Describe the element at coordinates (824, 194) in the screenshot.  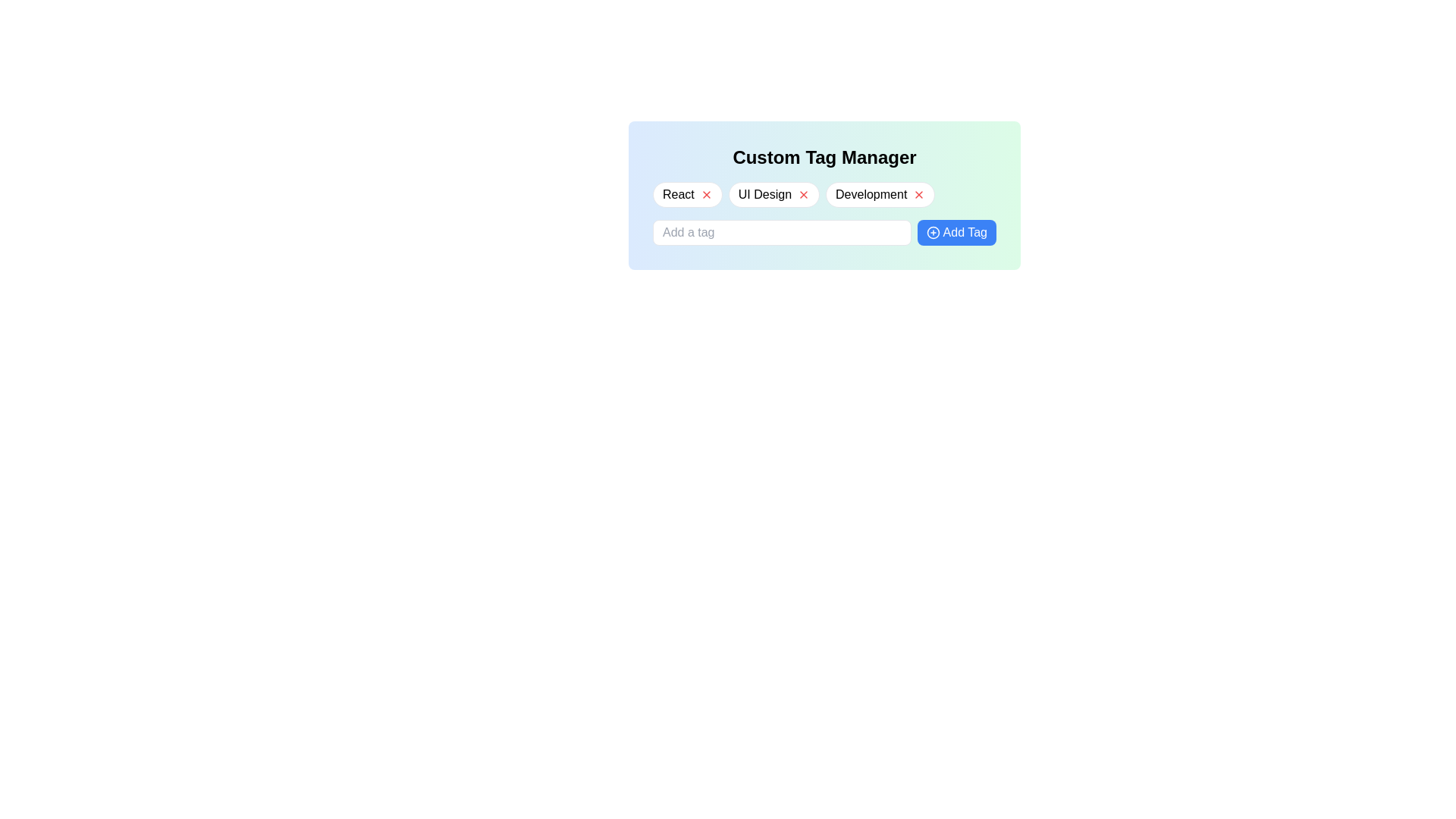
I see `the Tag list display, which is a horizontal row of tags below the 'Custom Tag Manager' heading and above the 'Add a tag' input field` at that location.